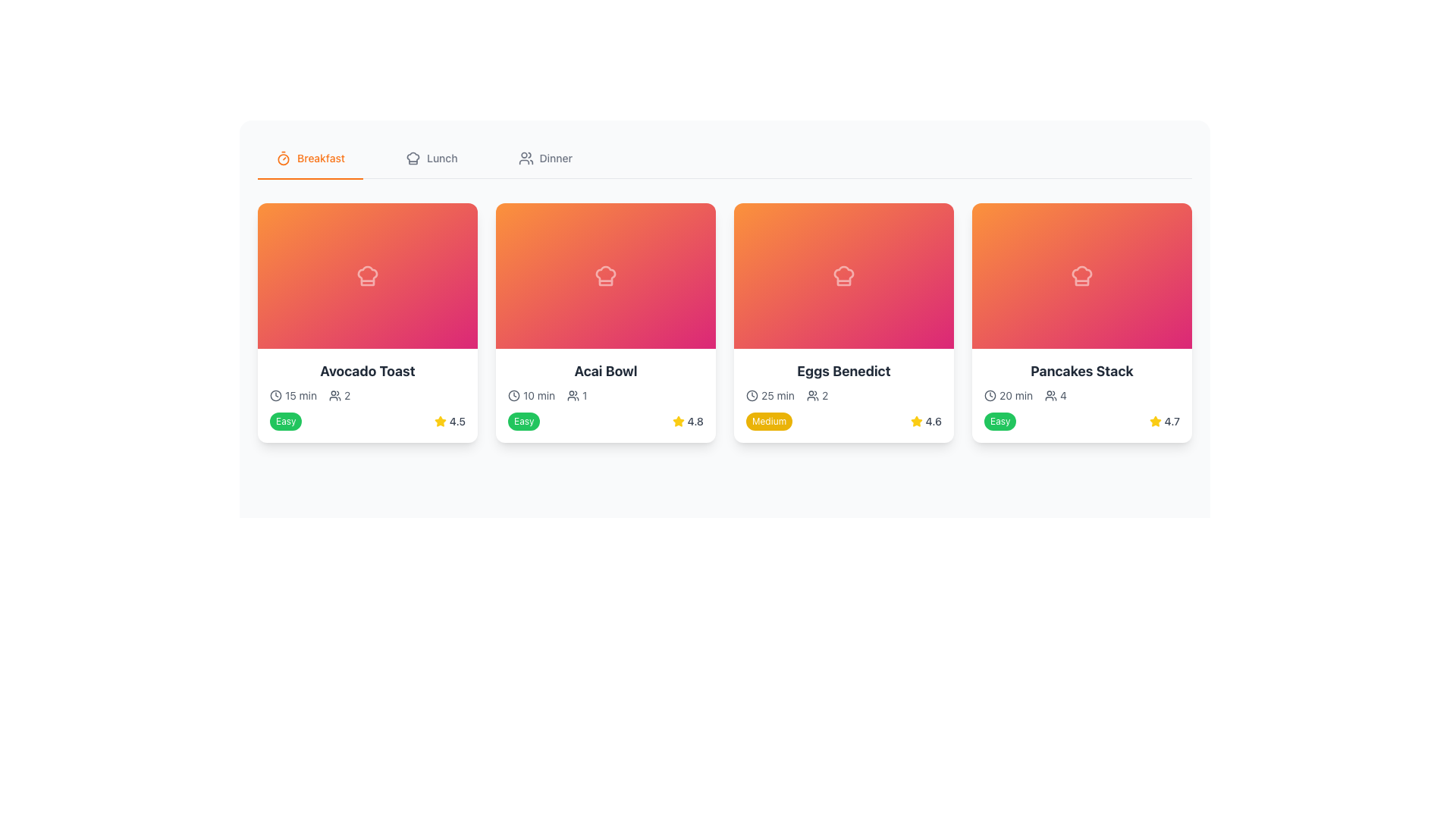  Describe the element at coordinates (1081, 394) in the screenshot. I see `the information displayed in the informational label containing the texts '20 min' and '4' with their respective icons, located in the fourth card under the 'Breakfast' section, below 'Pancakes Stack'` at that location.